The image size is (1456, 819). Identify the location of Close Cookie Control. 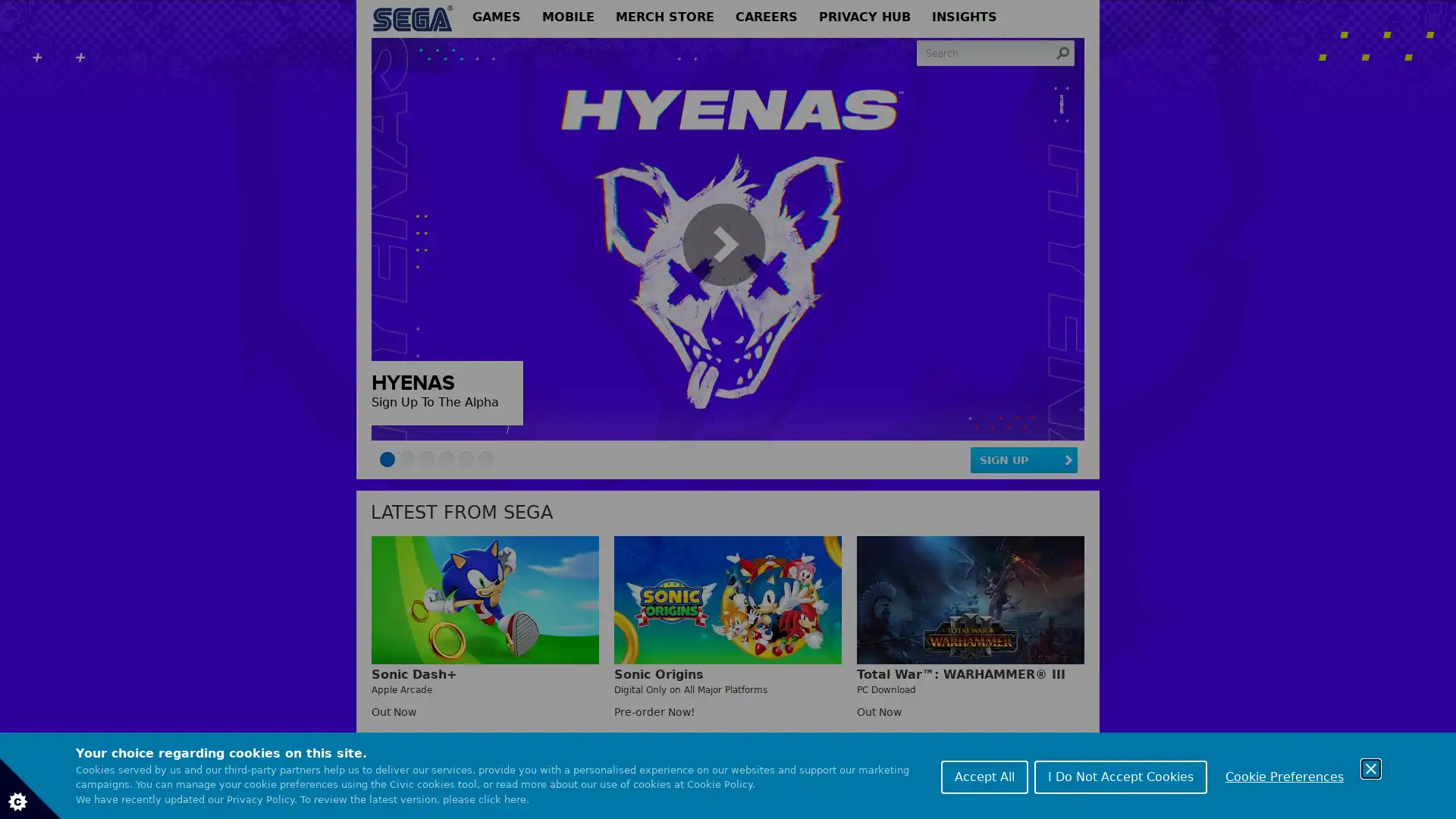
(1371, 768).